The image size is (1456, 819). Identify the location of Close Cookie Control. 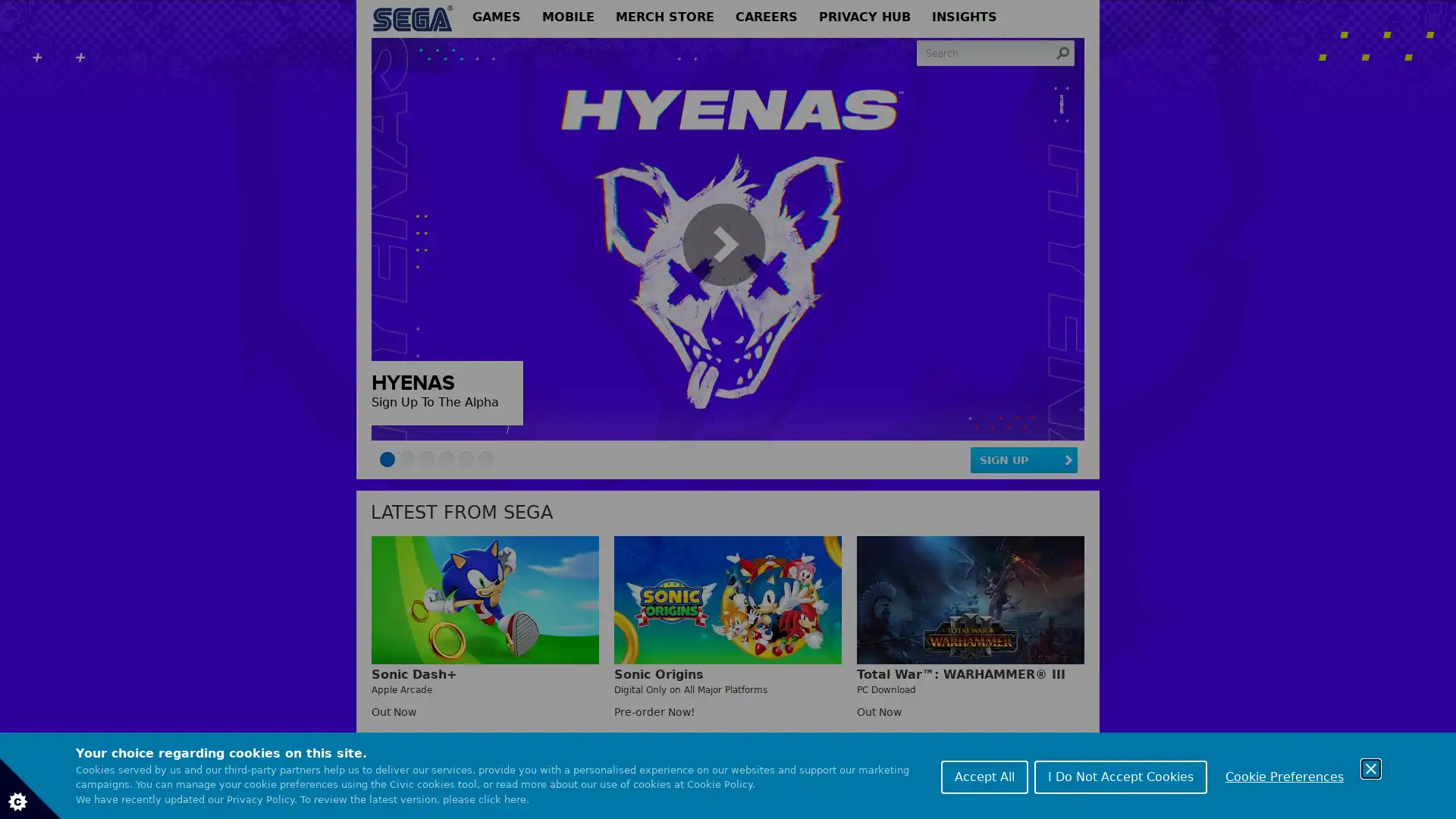
(1371, 768).